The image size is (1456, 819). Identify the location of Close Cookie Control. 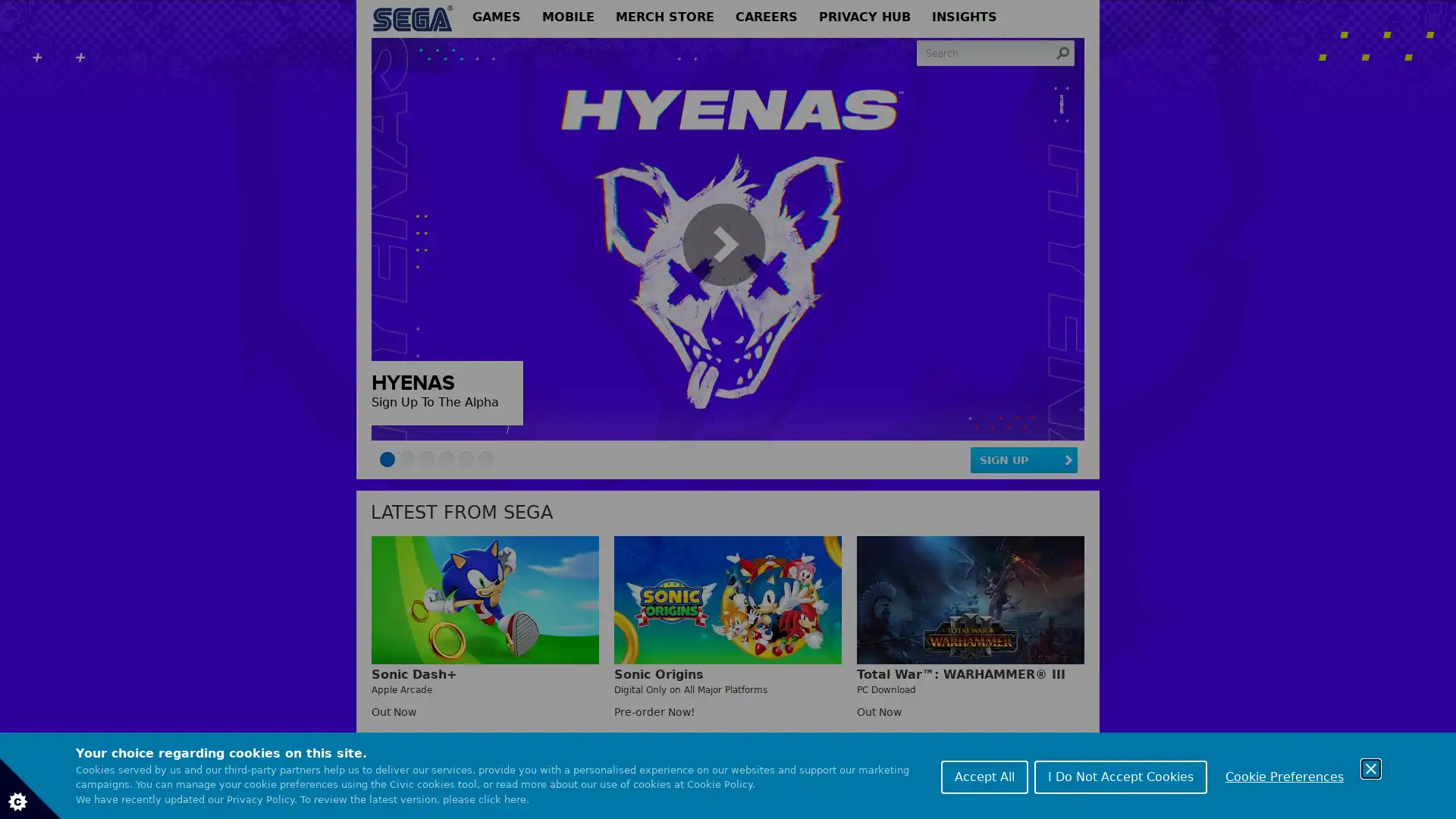
(1371, 768).